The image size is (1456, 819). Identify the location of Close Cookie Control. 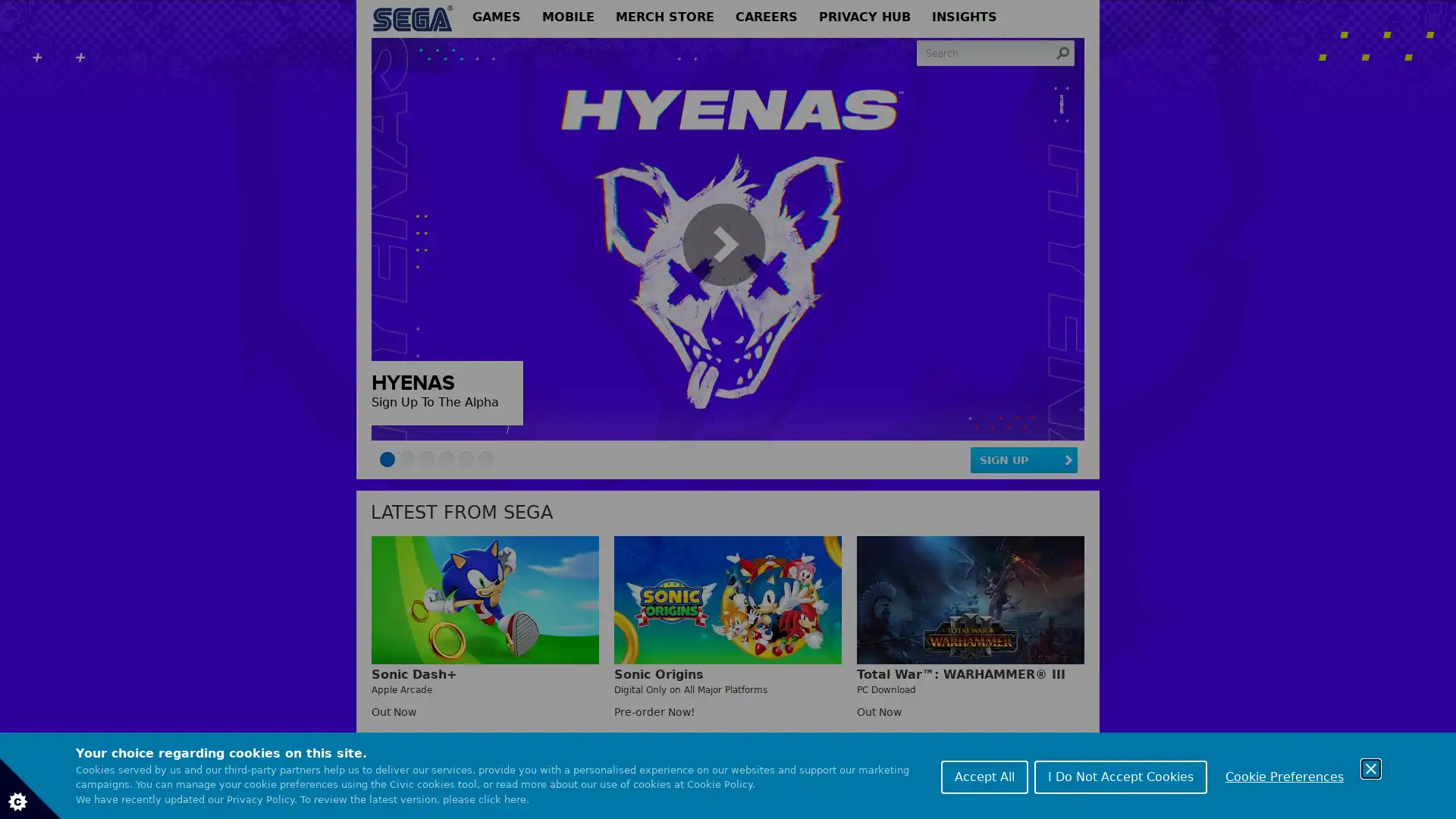
(1371, 768).